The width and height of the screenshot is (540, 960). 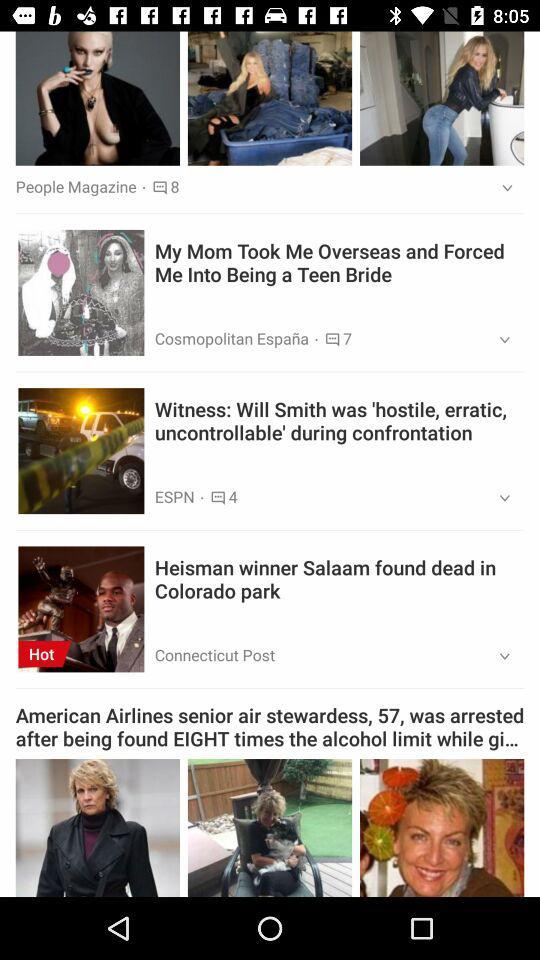 I want to click on the icon to the right of connecticut post item, so click(x=497, y=656).